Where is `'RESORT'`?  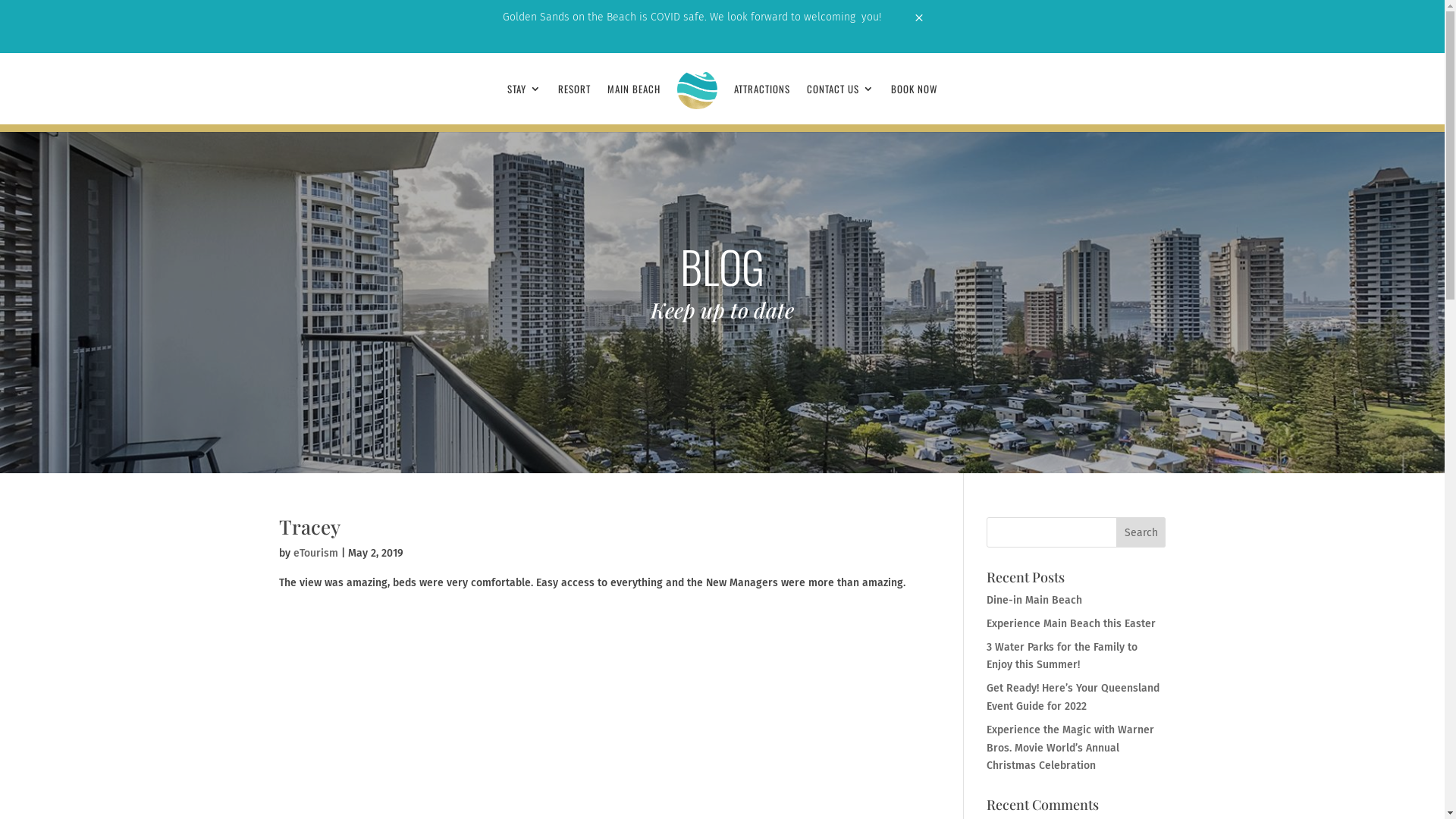
'RESORT' is located at coordinates (573, 103).